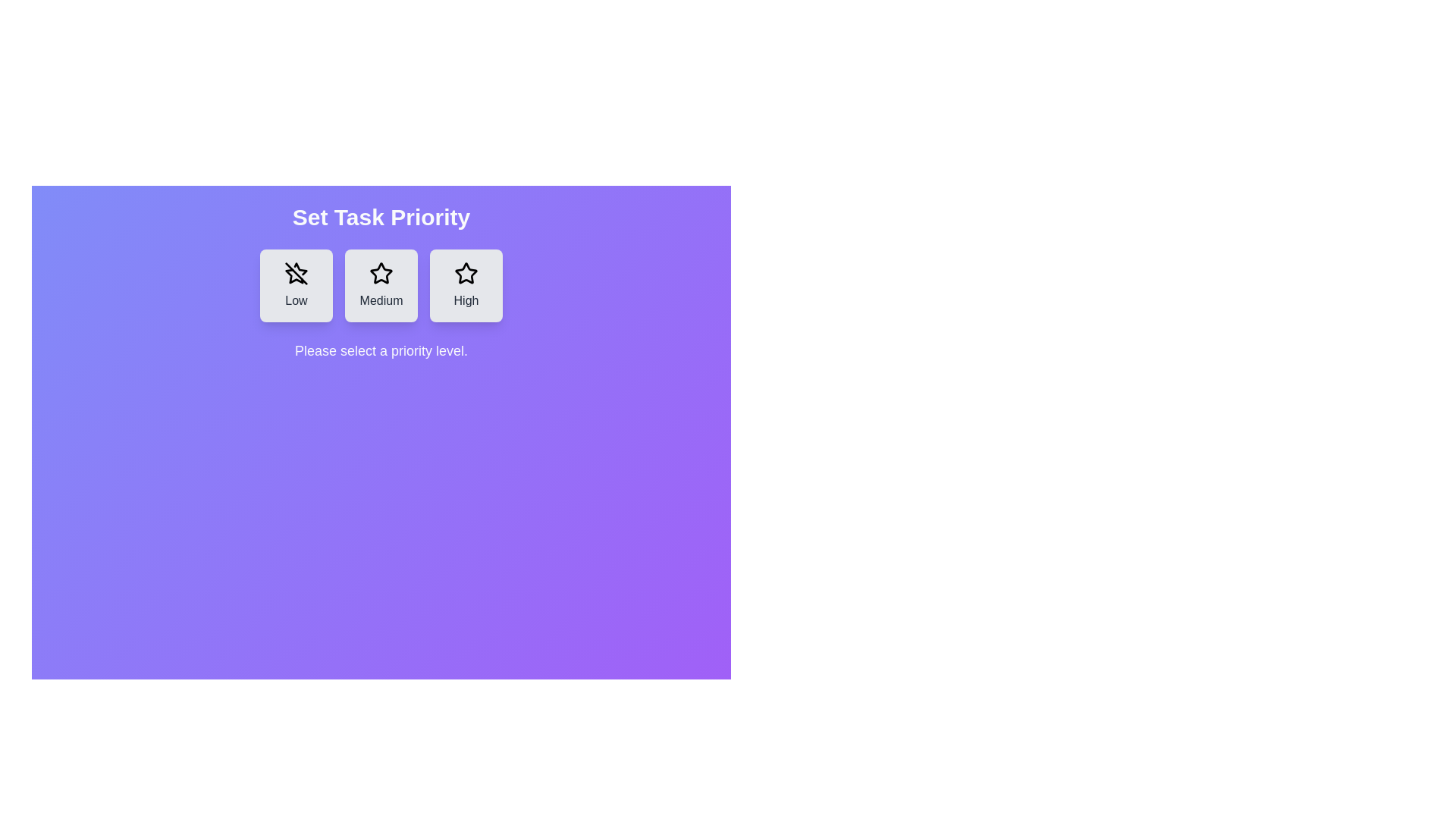 The image size is (1456, 819). I want to click on the button corresponding to the priority level Medium, so click(381, 286).